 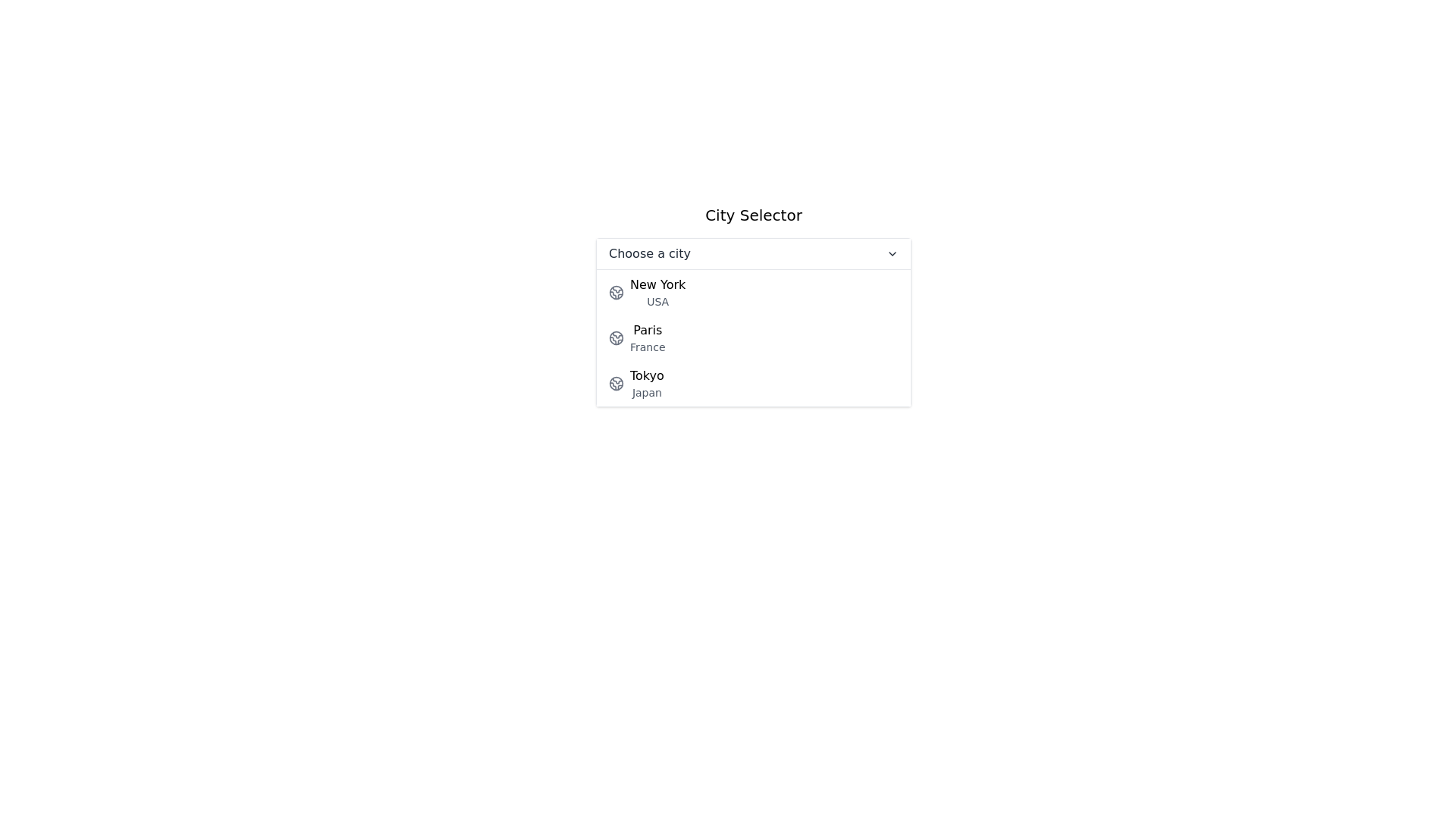 I want to click on the text display element that provides additional information about the location, positioned directly below 'New York' in the dropdown list, so click(x=657, y=301).